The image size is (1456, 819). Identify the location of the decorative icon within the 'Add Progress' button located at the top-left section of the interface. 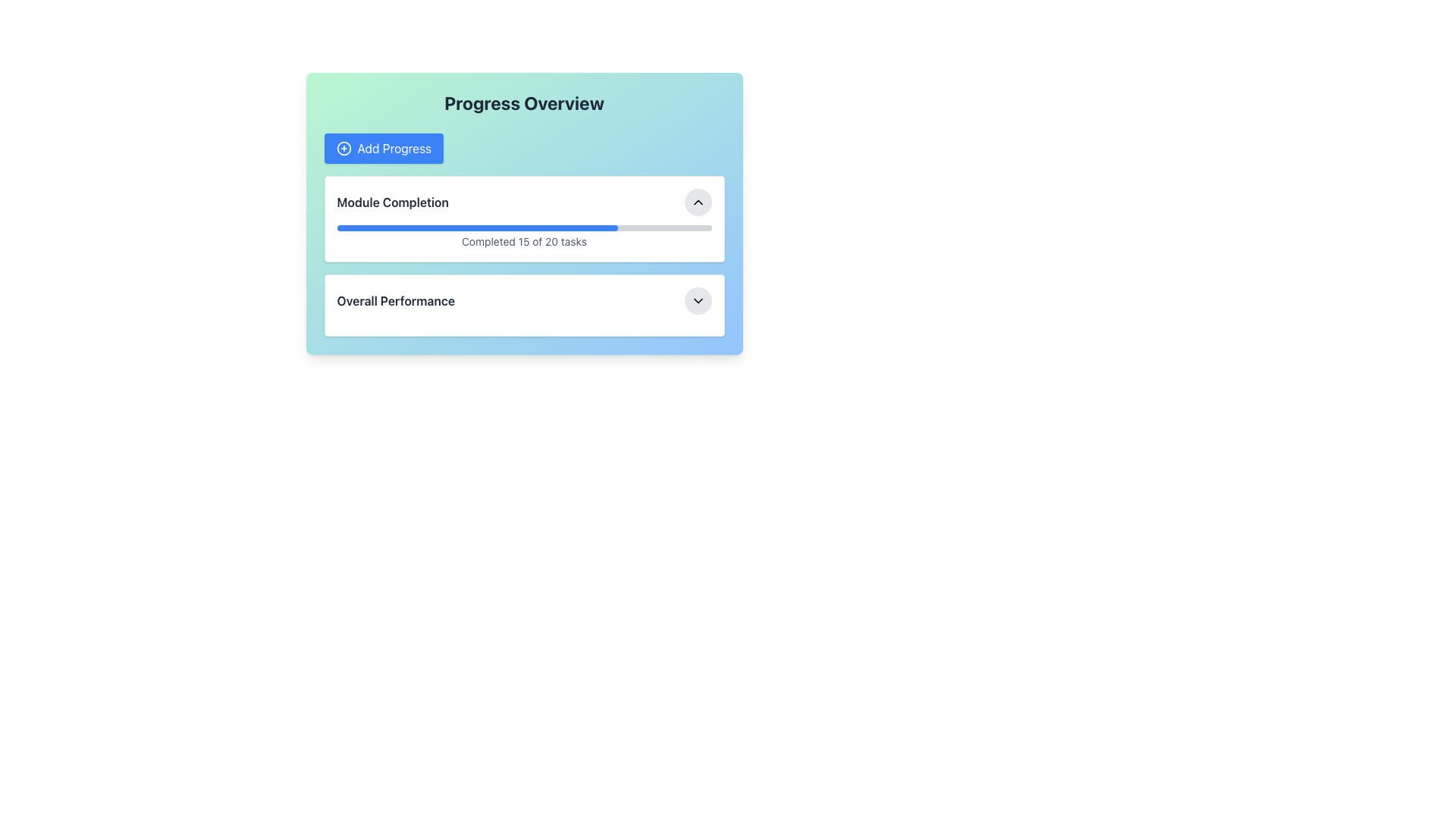
(343, 149).